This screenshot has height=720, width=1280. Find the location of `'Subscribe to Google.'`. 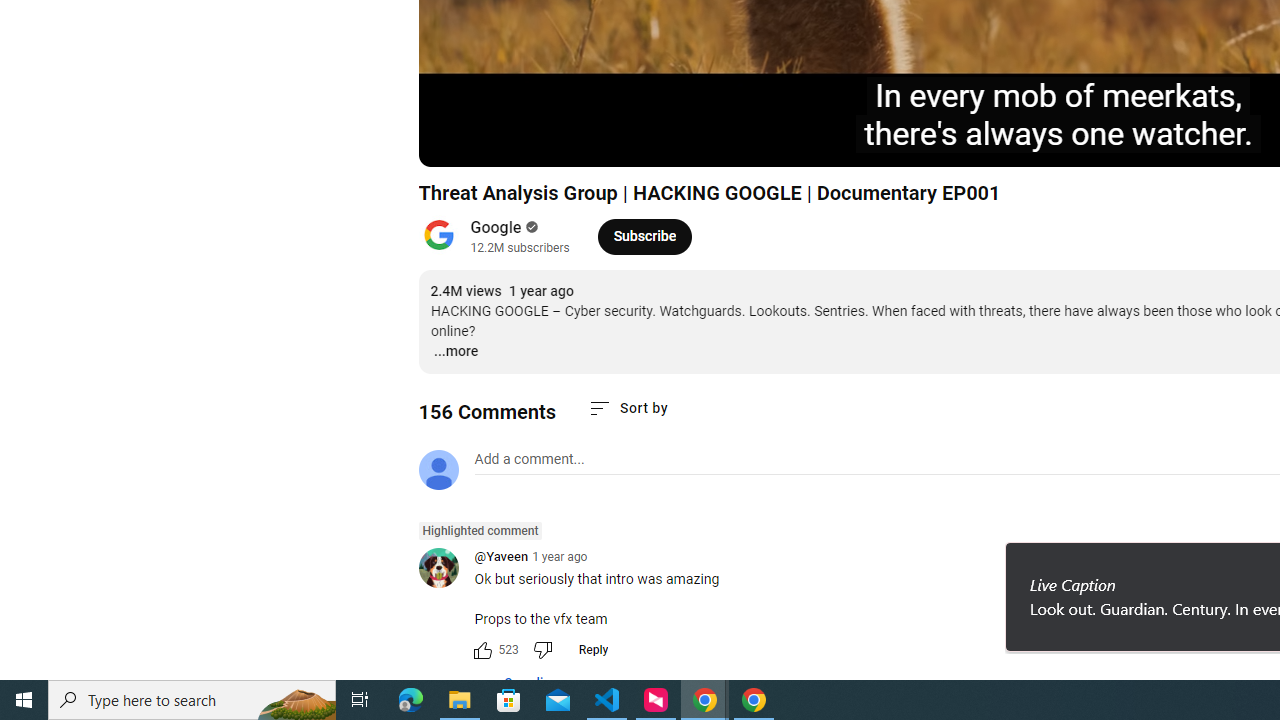

'Subscribe to Google.' is located at coordinates (644, 235).